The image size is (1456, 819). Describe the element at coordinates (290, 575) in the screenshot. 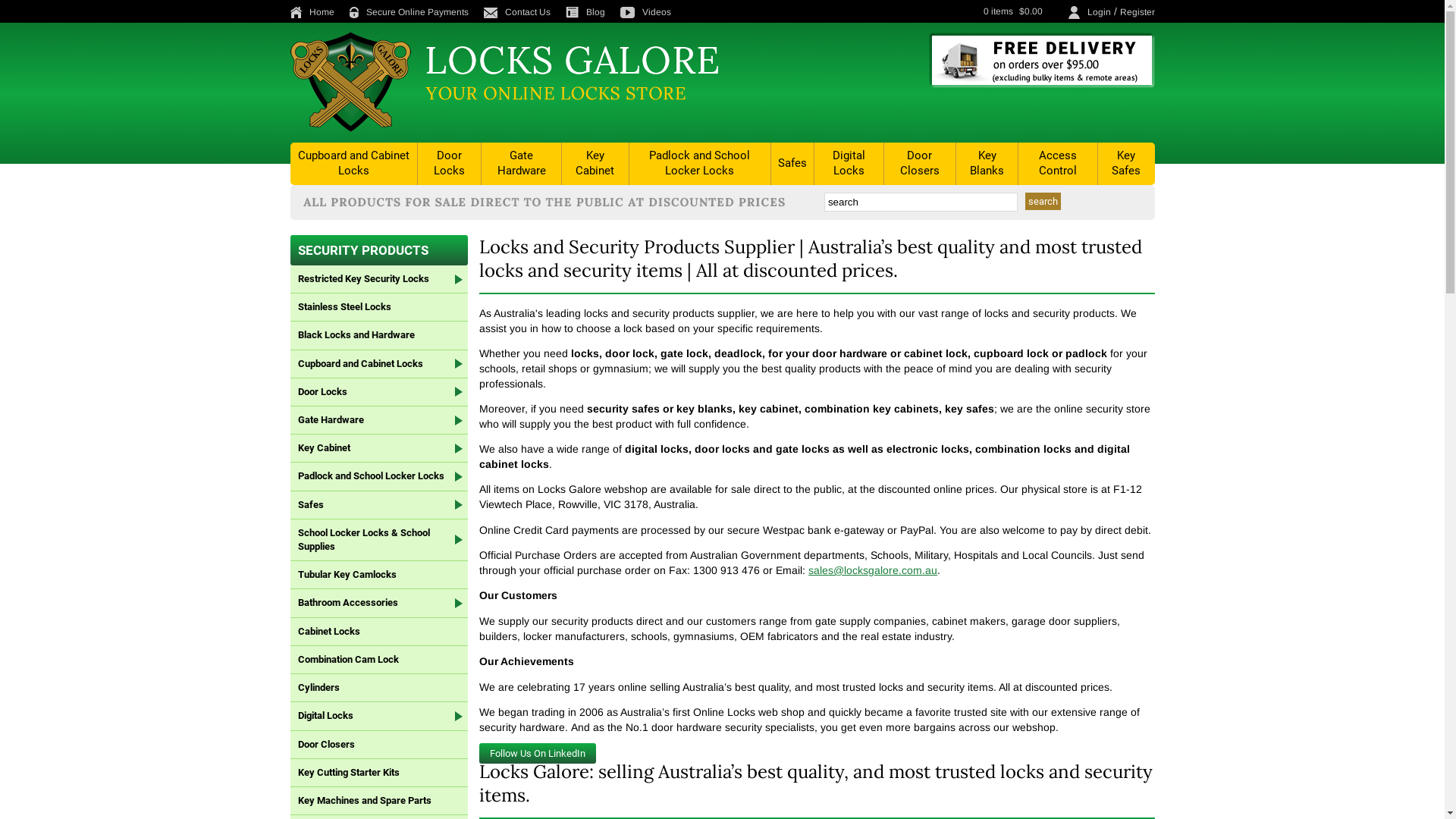

I see `'Tubular Key Camlocks'` at that location.